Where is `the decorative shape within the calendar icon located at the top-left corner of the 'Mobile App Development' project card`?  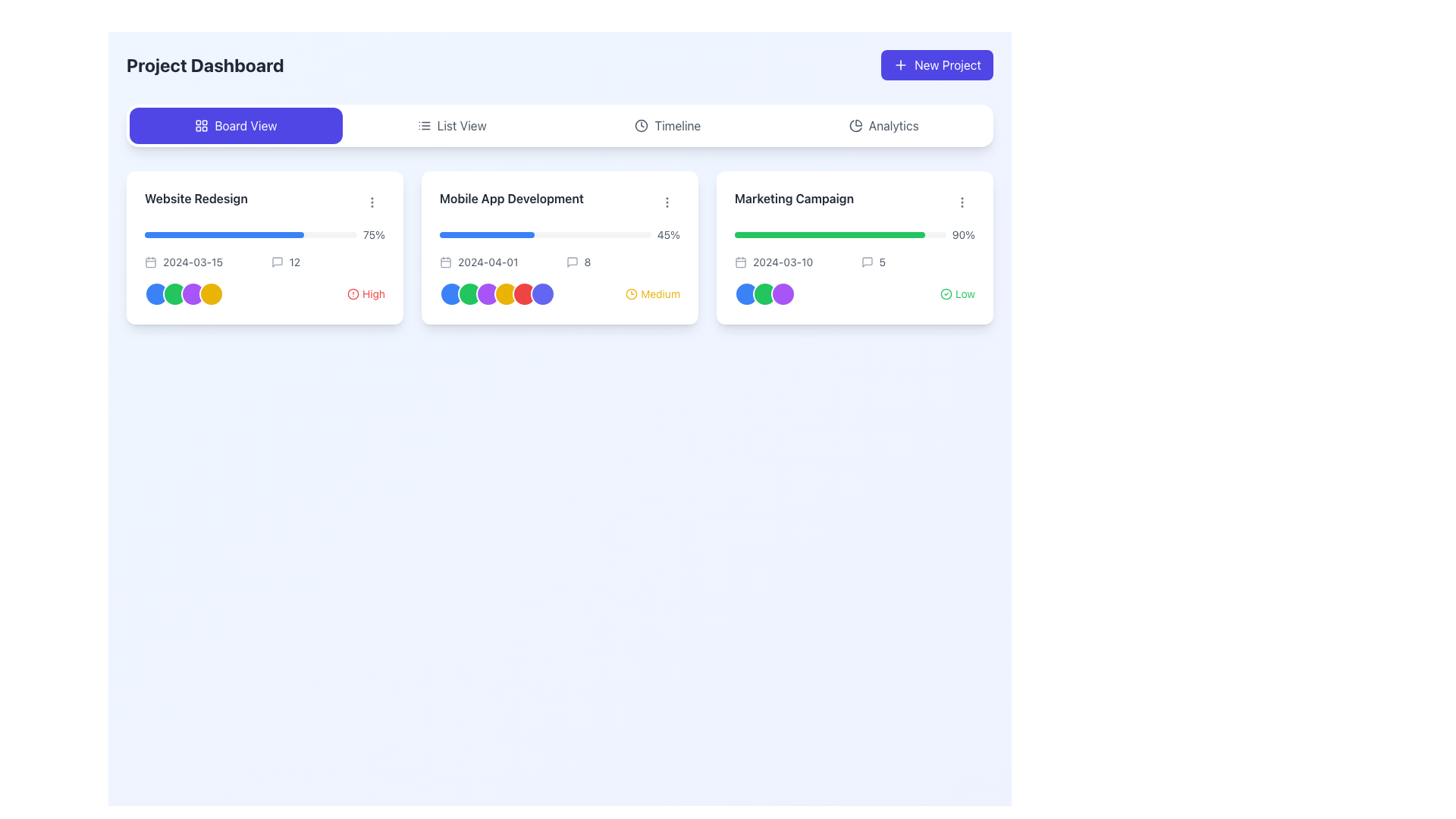 the decorative shape within the calendar icon located at the top-left corner of the 'Mobile App Development' project card is located at coordinates (445, 262).